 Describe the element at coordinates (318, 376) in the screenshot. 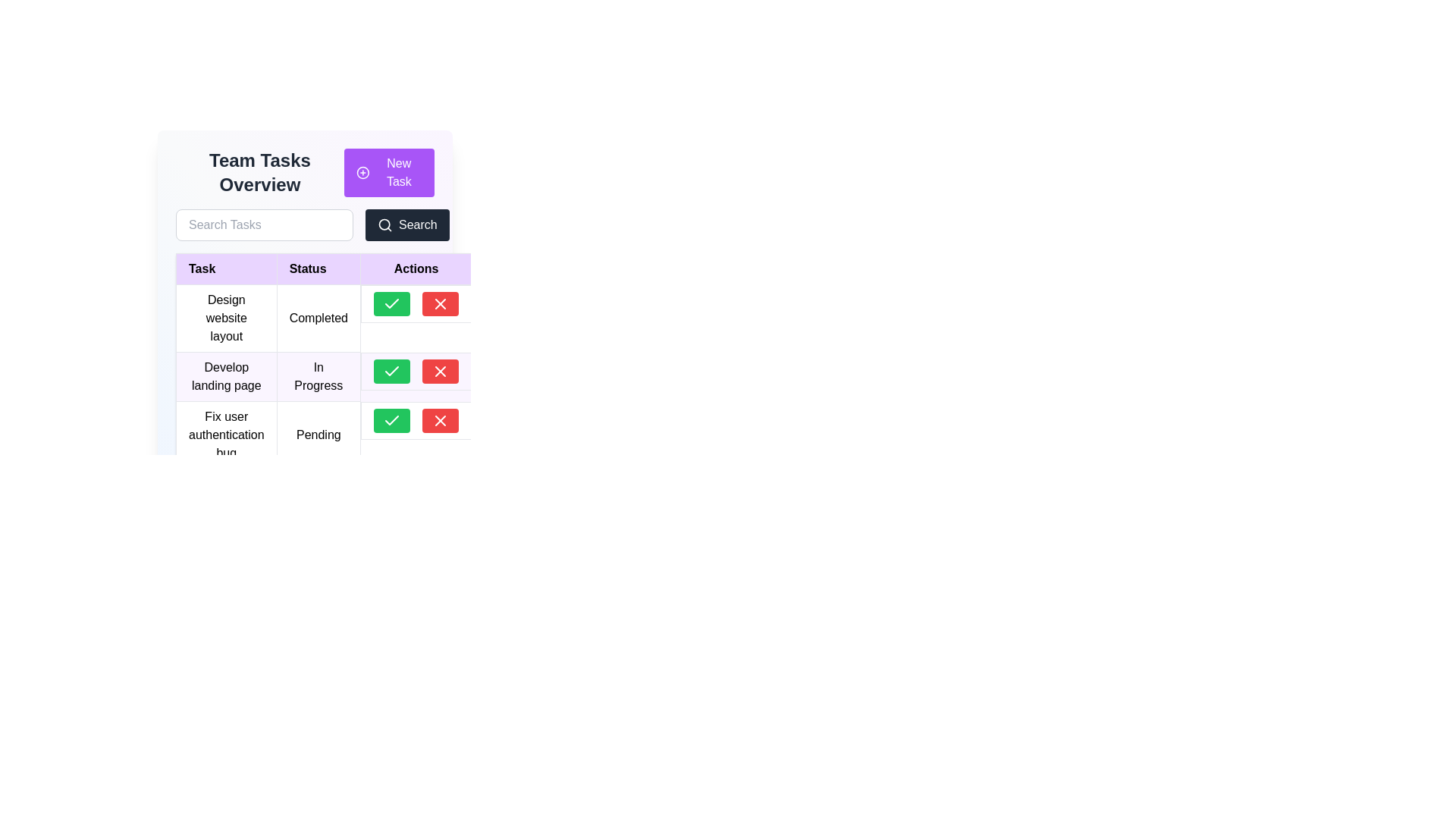

I see `the text label displaying 'In Progress' located in the second row under the 'Status' header` at that location.